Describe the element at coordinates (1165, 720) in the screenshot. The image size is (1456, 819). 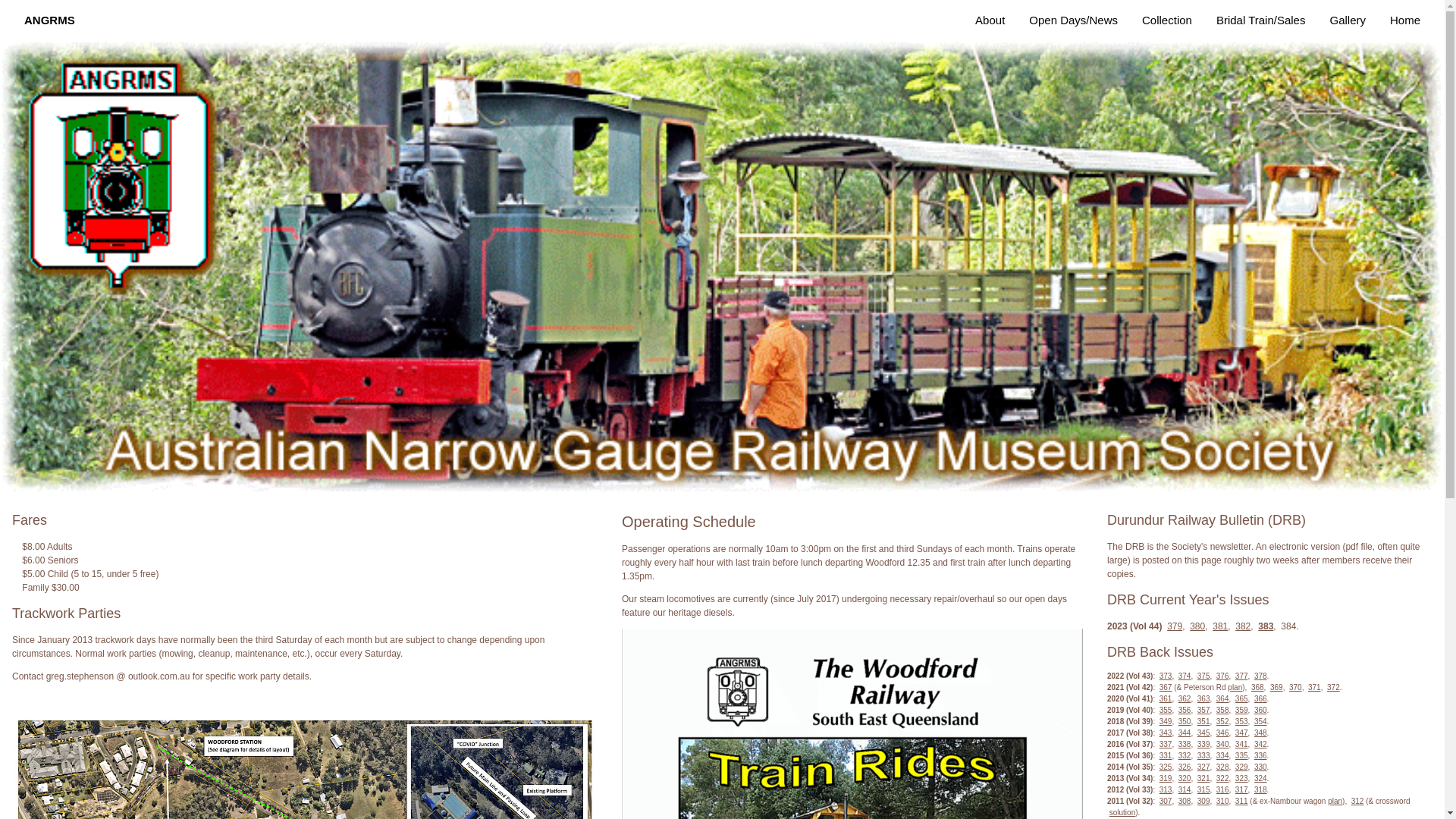
I see `'349'` at that location.